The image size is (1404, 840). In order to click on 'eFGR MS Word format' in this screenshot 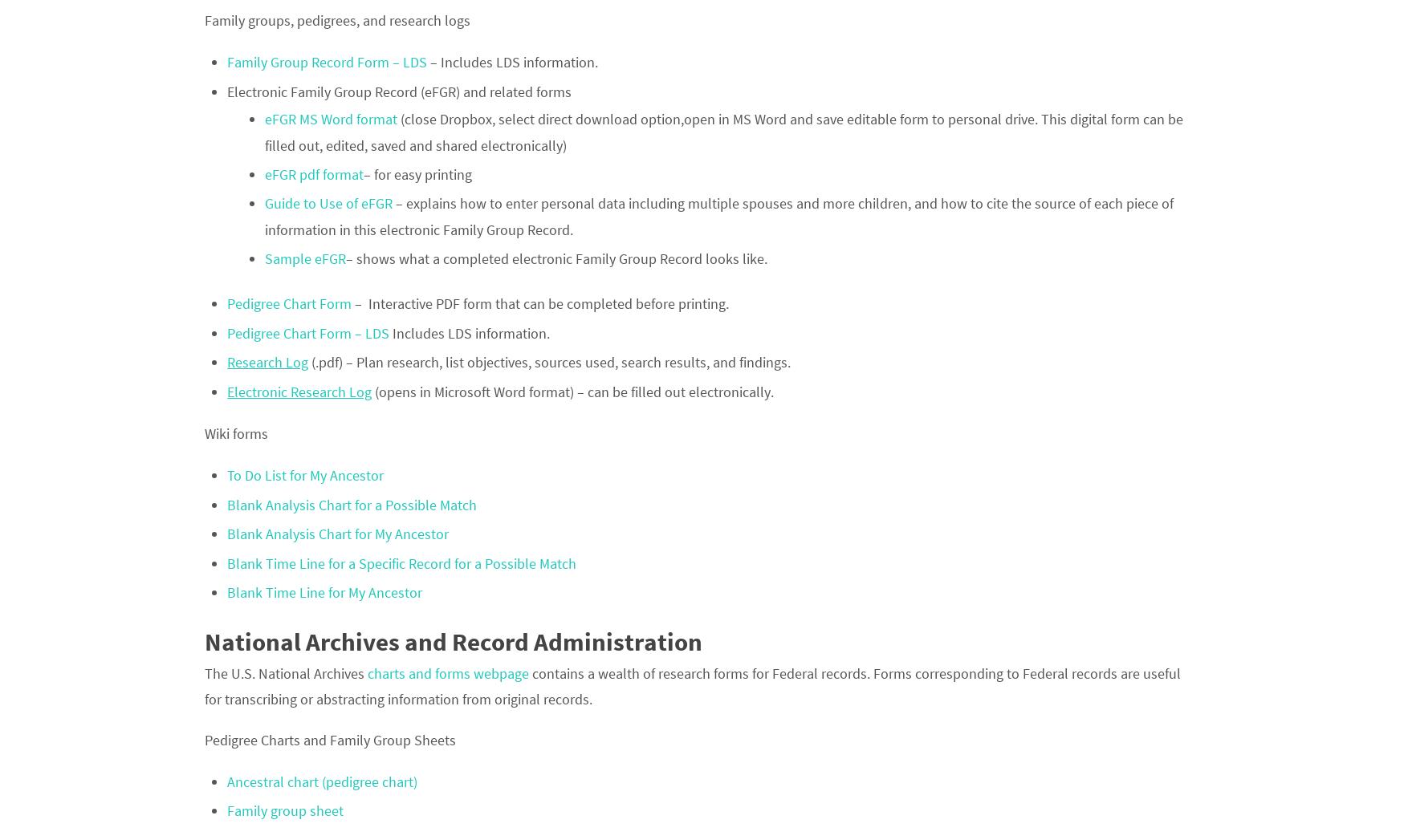, I will do `click(330, 119)`.